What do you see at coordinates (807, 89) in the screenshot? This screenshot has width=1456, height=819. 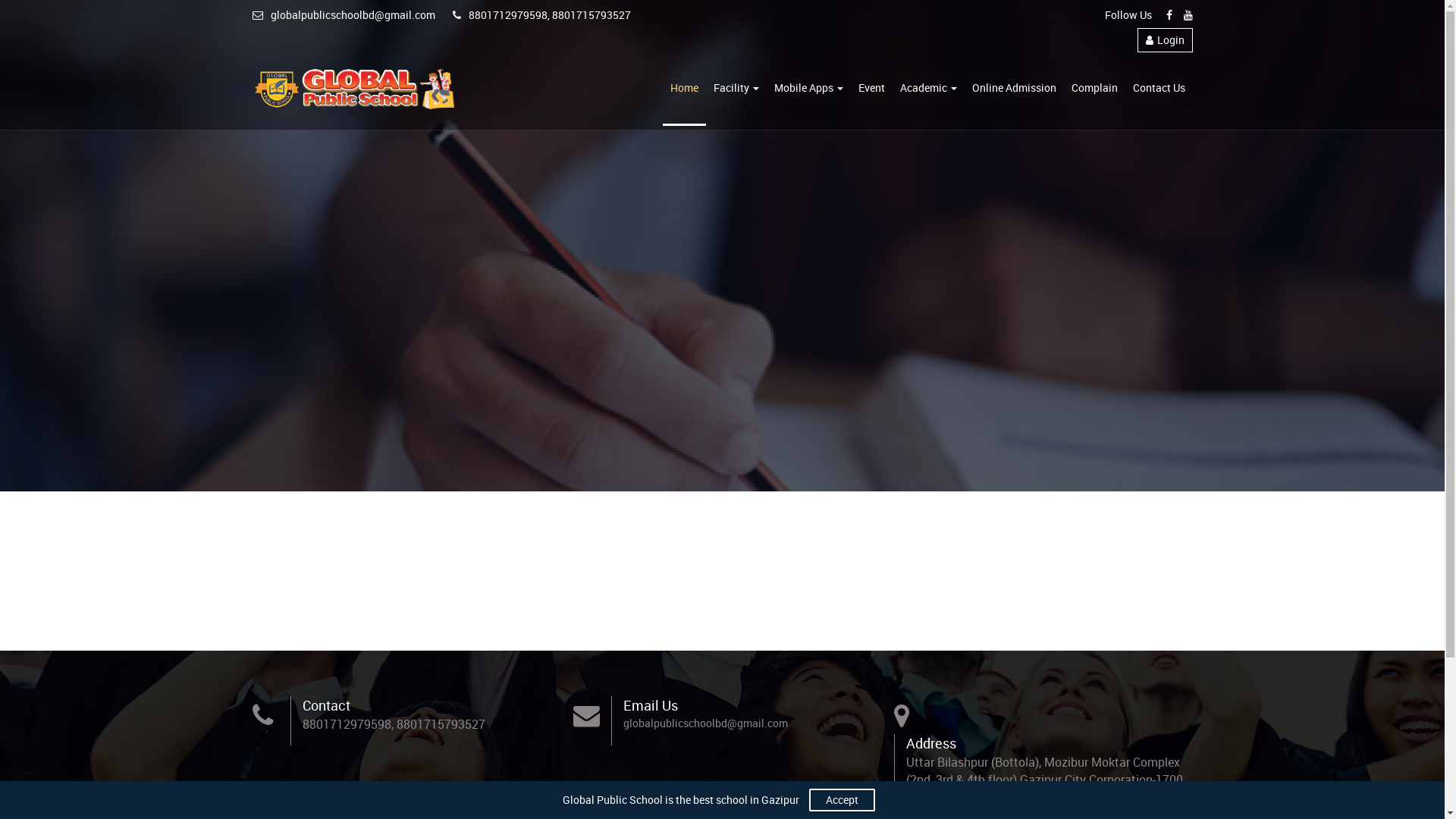 I see `'Mobile Apps'` at bounding box center [807, 89].